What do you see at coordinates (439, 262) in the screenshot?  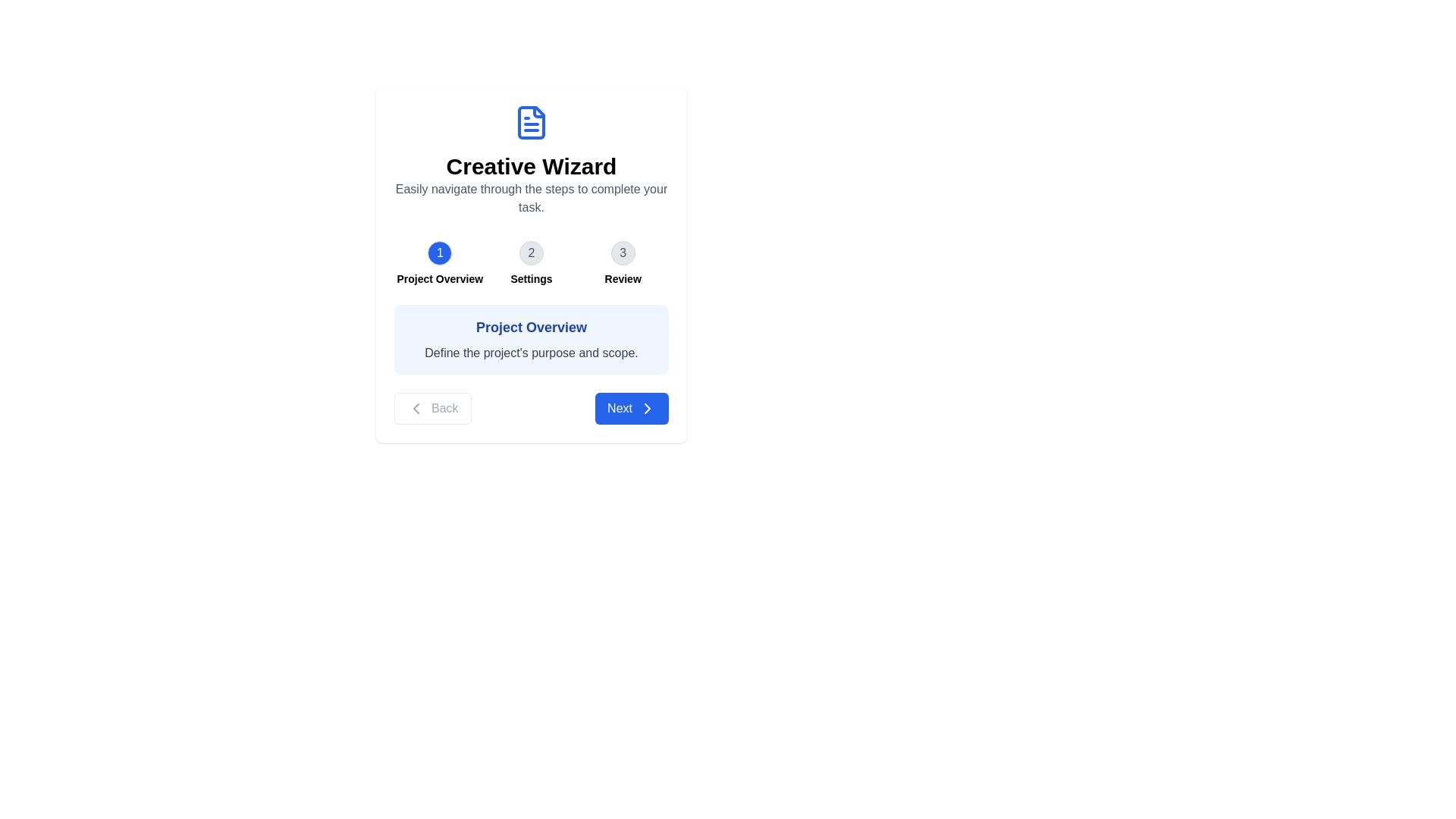 I see `text of the Step indicator labeled 'Project Overview' which is the first step in the navigation process, positioned to the far left of the step navigation bar` at bounding box center [439, 262].